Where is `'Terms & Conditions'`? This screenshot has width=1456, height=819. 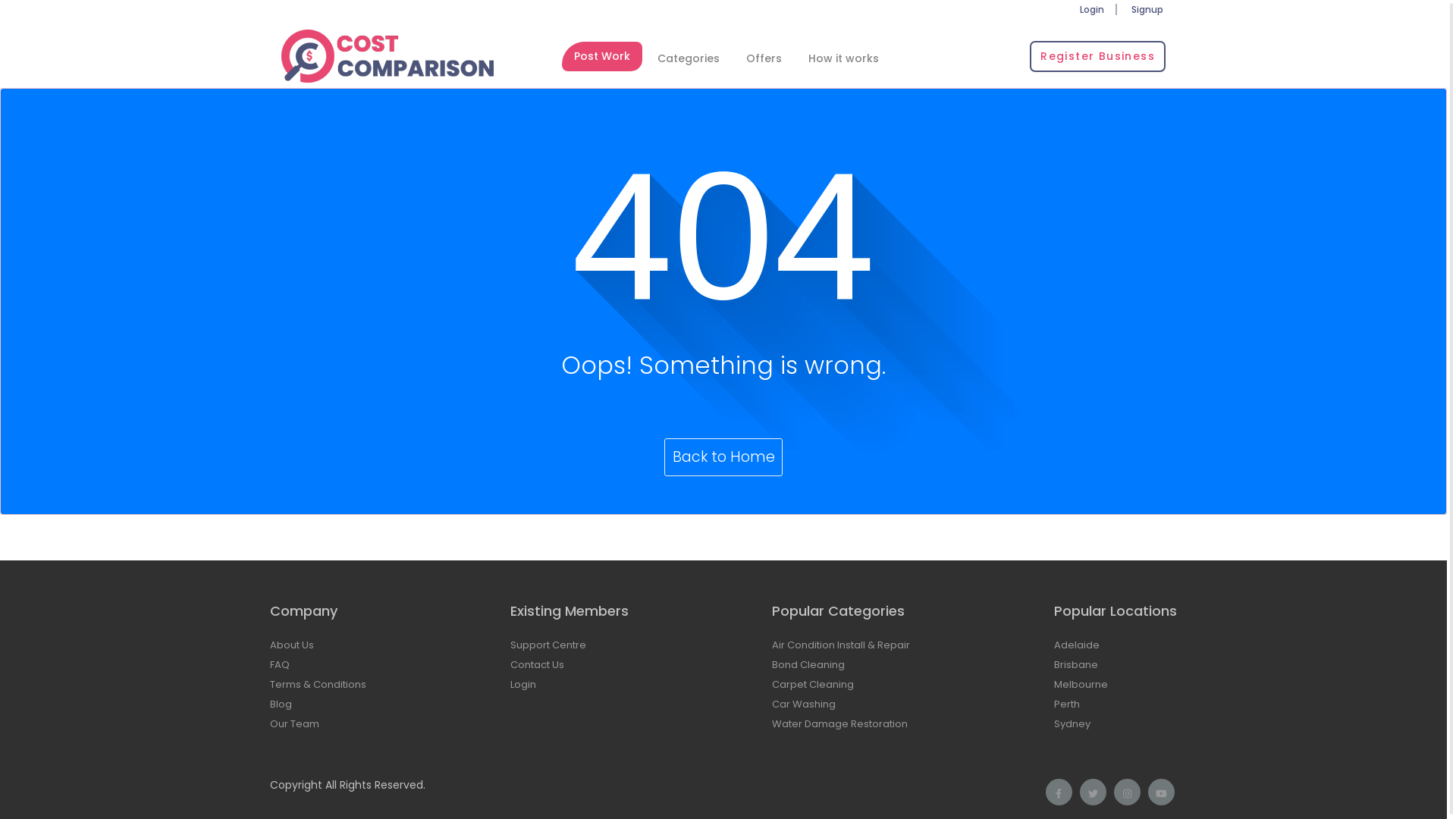 'Terms & Conditions' is located at coordinates (269, 684).